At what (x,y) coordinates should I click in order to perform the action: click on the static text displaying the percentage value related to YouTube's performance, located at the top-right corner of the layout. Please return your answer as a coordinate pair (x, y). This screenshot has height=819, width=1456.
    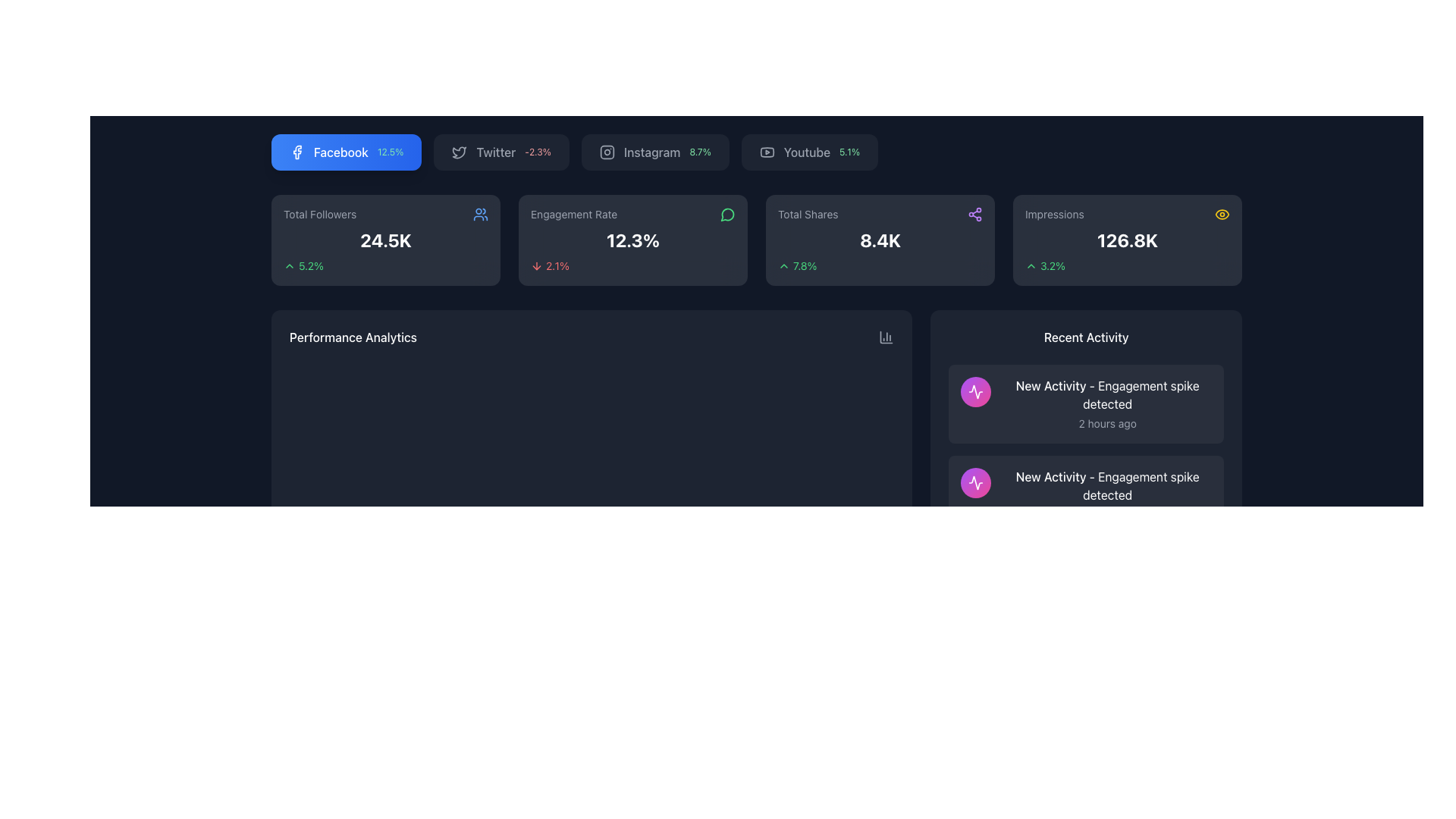
    Looking at the image, I should click on (849, 152).